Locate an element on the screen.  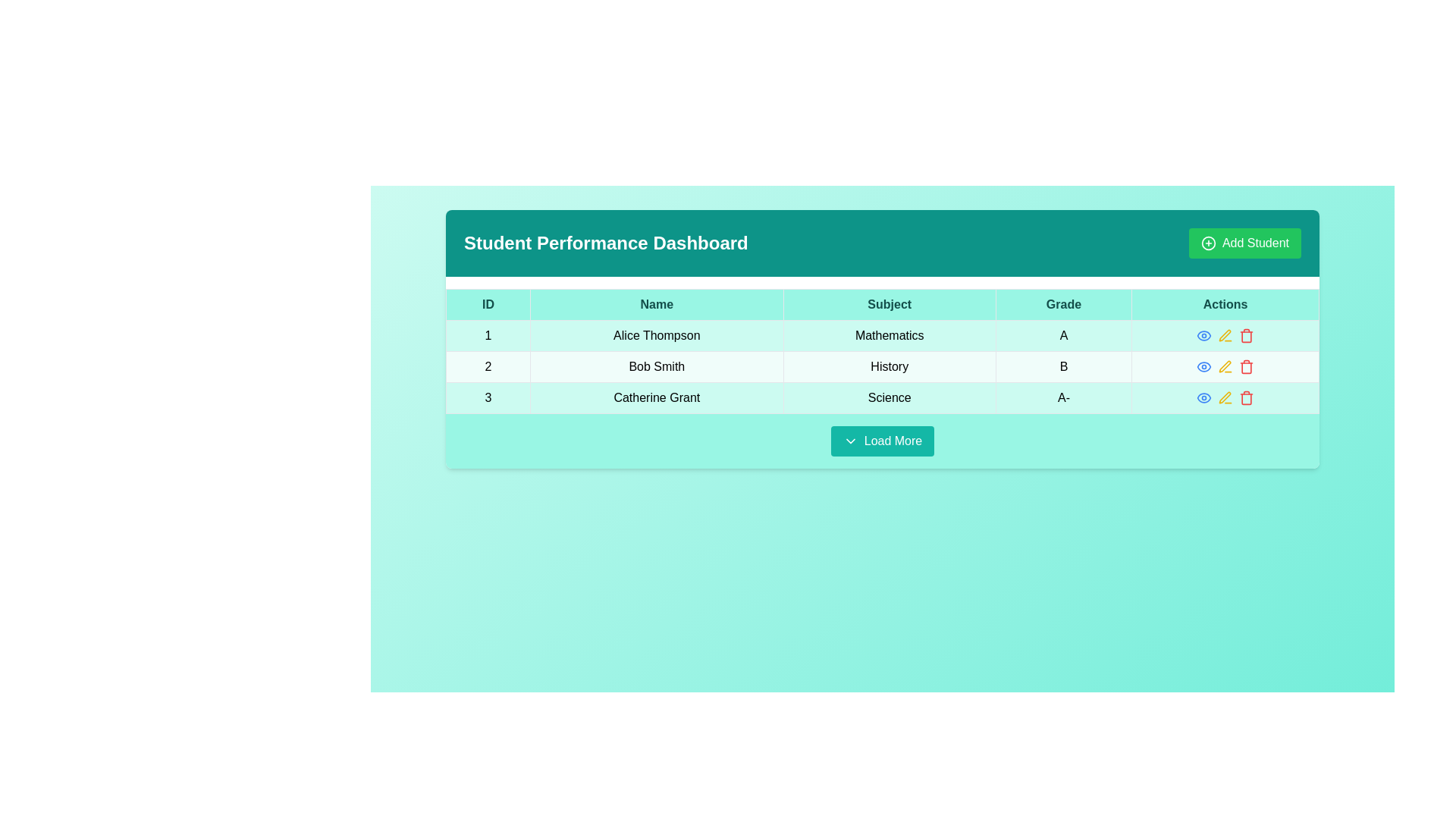
the table cell containing the number '2' in the second row under the 'ID' column header, associated with 'Bob Smith' is located at coordinates (488, 366).